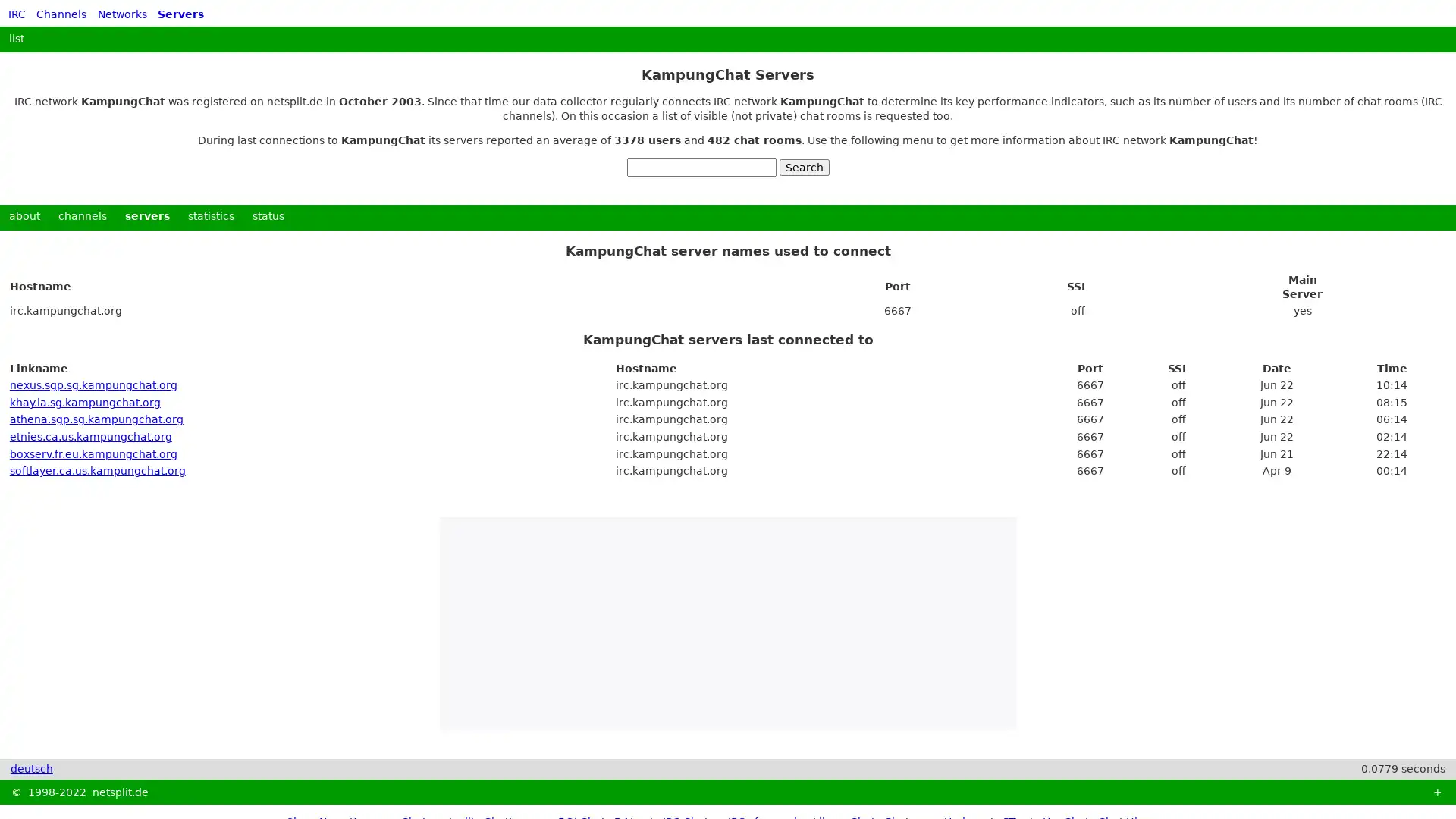  Describe the element at coordinates (803, 166) in the screenshot. I see `Search` at that location.